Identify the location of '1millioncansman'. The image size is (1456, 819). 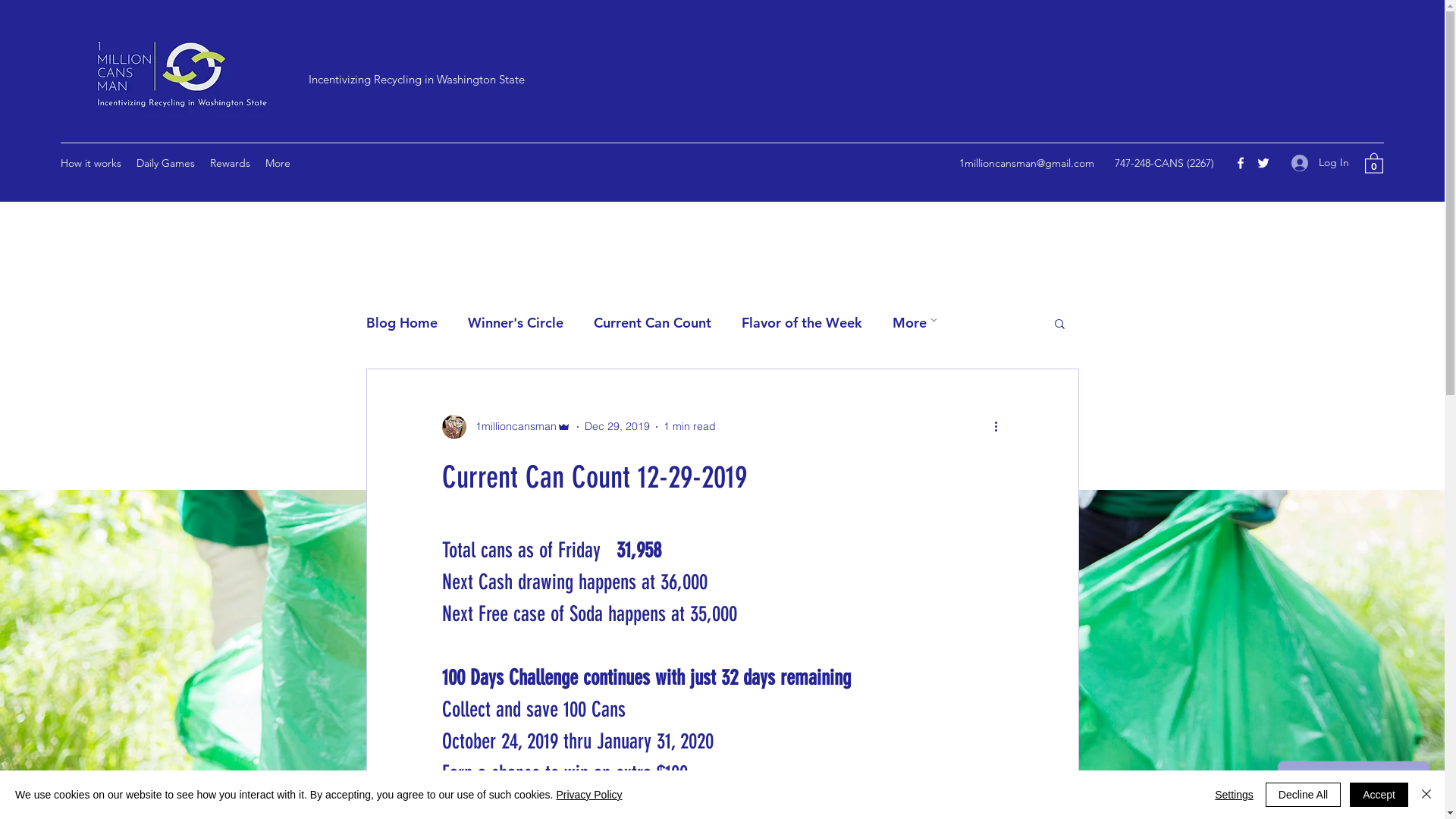
(506, 427).